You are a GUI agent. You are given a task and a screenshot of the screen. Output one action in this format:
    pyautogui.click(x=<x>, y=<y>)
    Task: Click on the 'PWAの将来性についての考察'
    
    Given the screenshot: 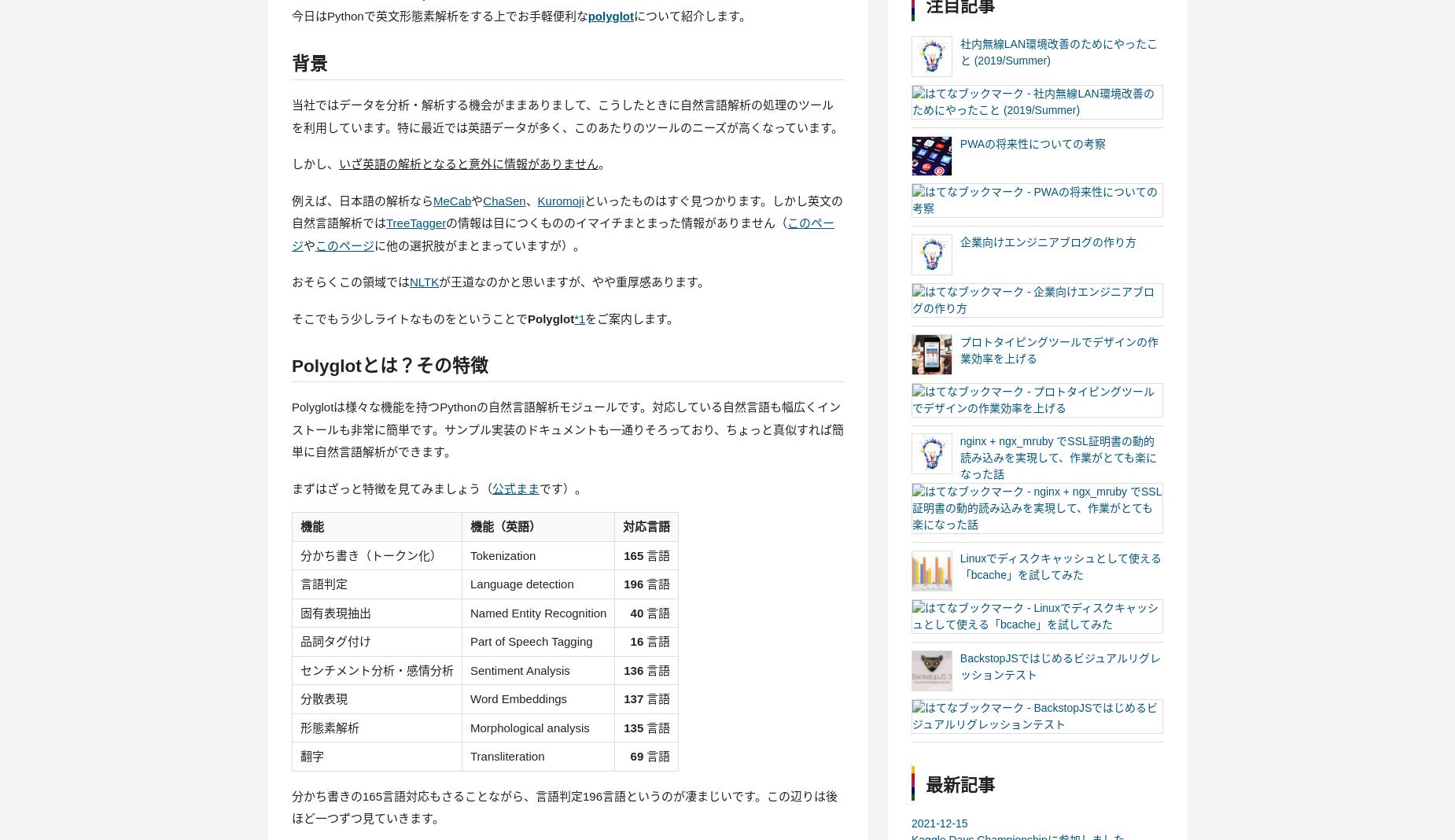 What is the action you would take?
    pyautogui.click(x=1031, y=142)
    